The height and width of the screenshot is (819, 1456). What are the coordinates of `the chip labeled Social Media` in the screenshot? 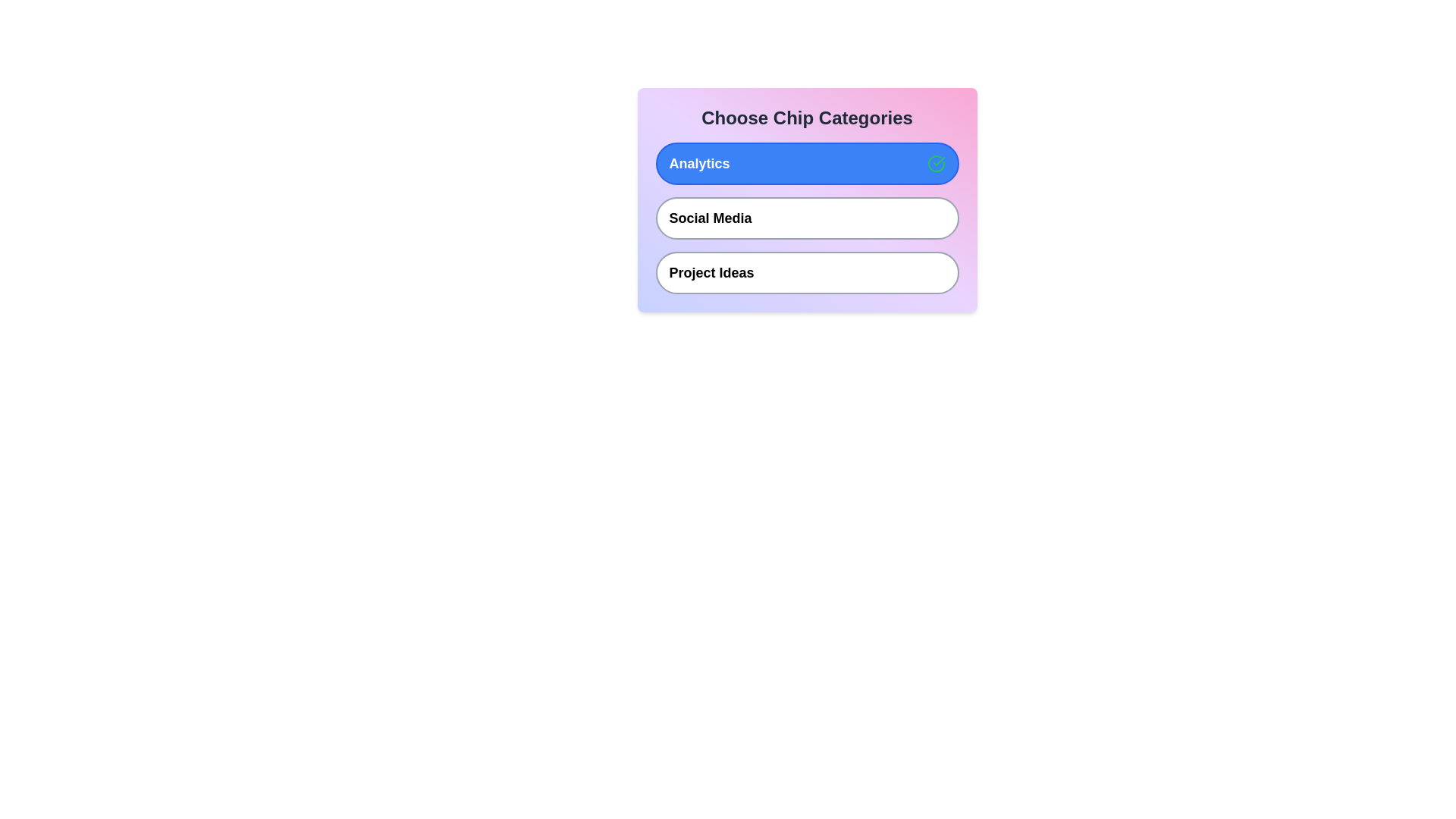 It's located at (806, 218).